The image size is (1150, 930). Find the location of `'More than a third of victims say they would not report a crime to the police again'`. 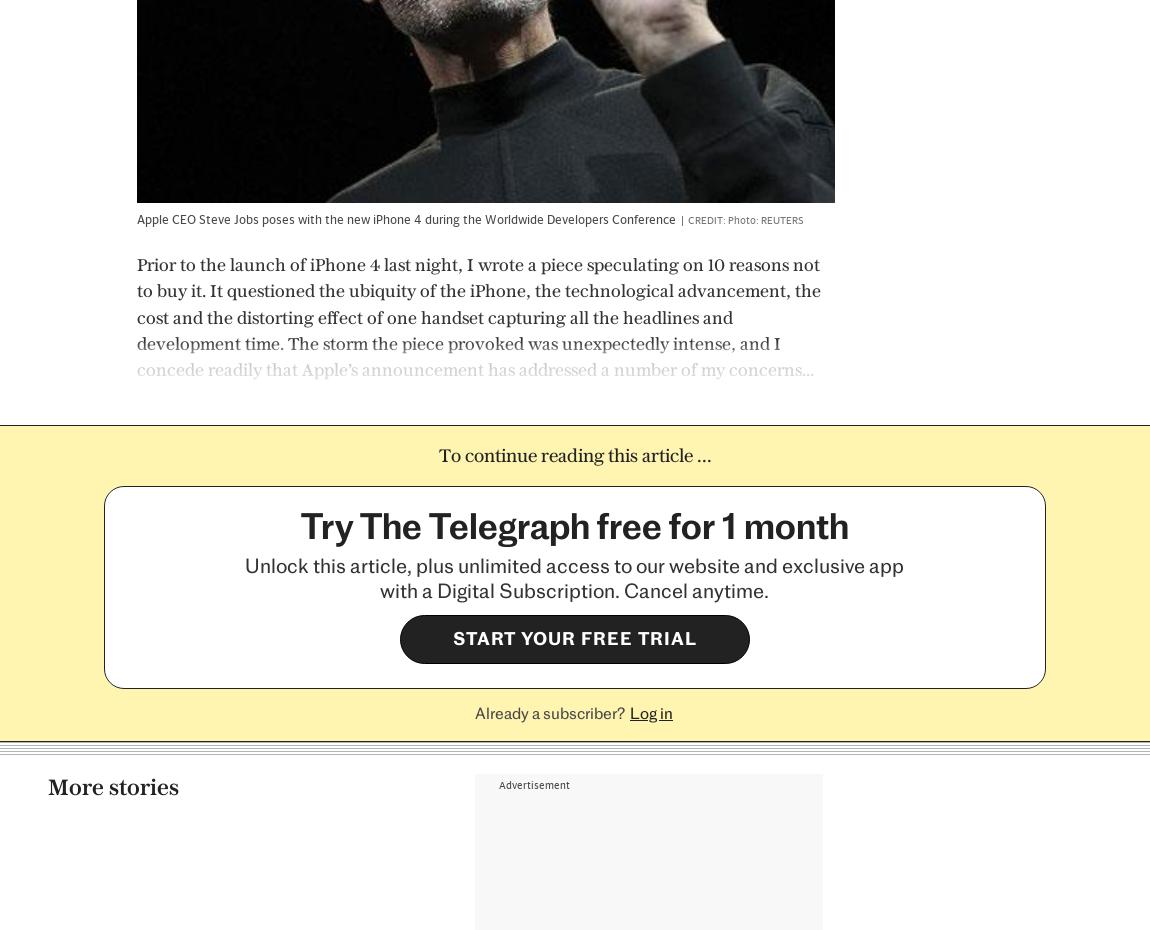

'More than a third of victims say they would not report a crime to the police again' is located at coordinates (297, 628).